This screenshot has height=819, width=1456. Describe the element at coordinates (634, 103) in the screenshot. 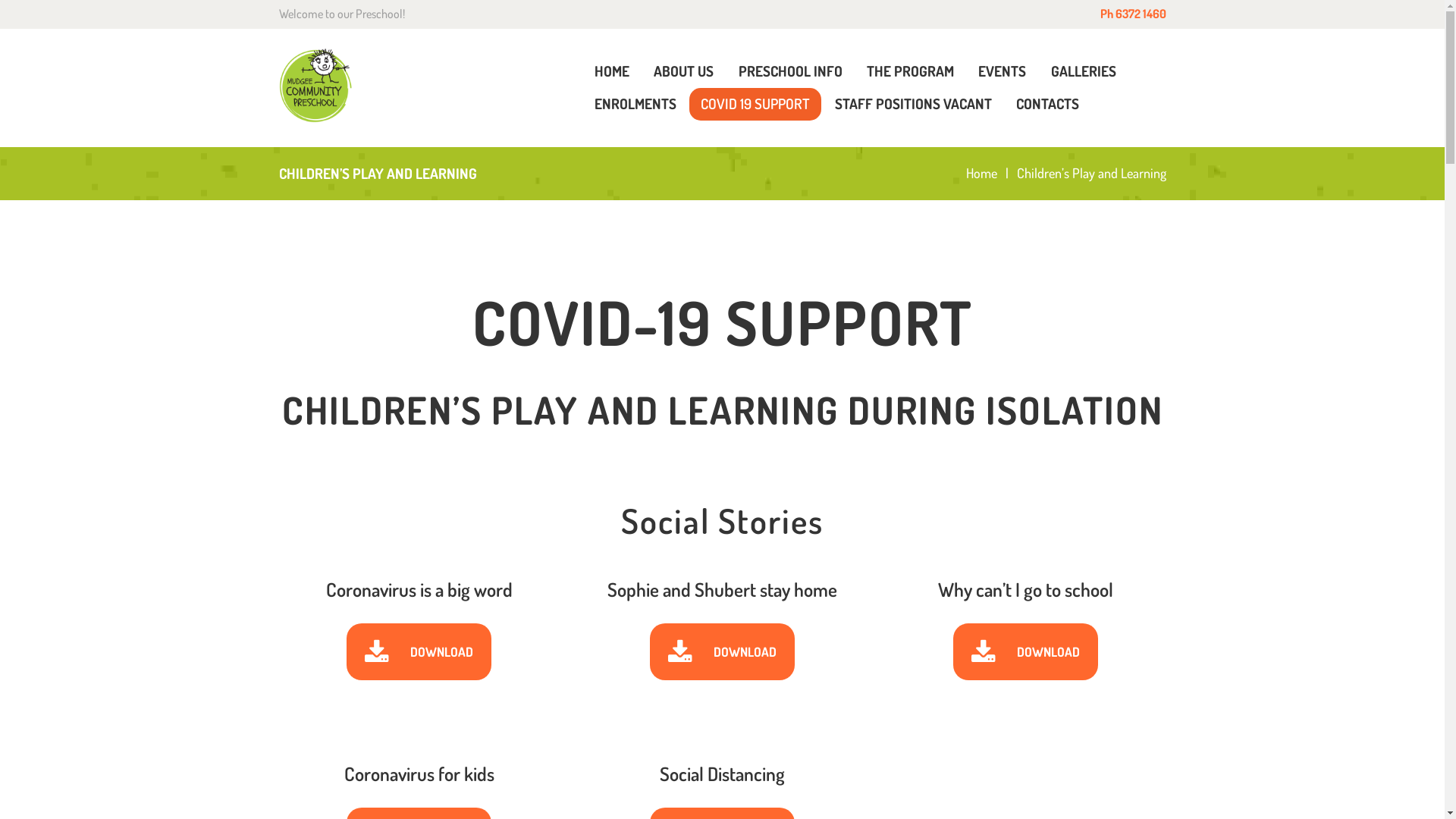

I see `'ENROLMENTS'` at that location.